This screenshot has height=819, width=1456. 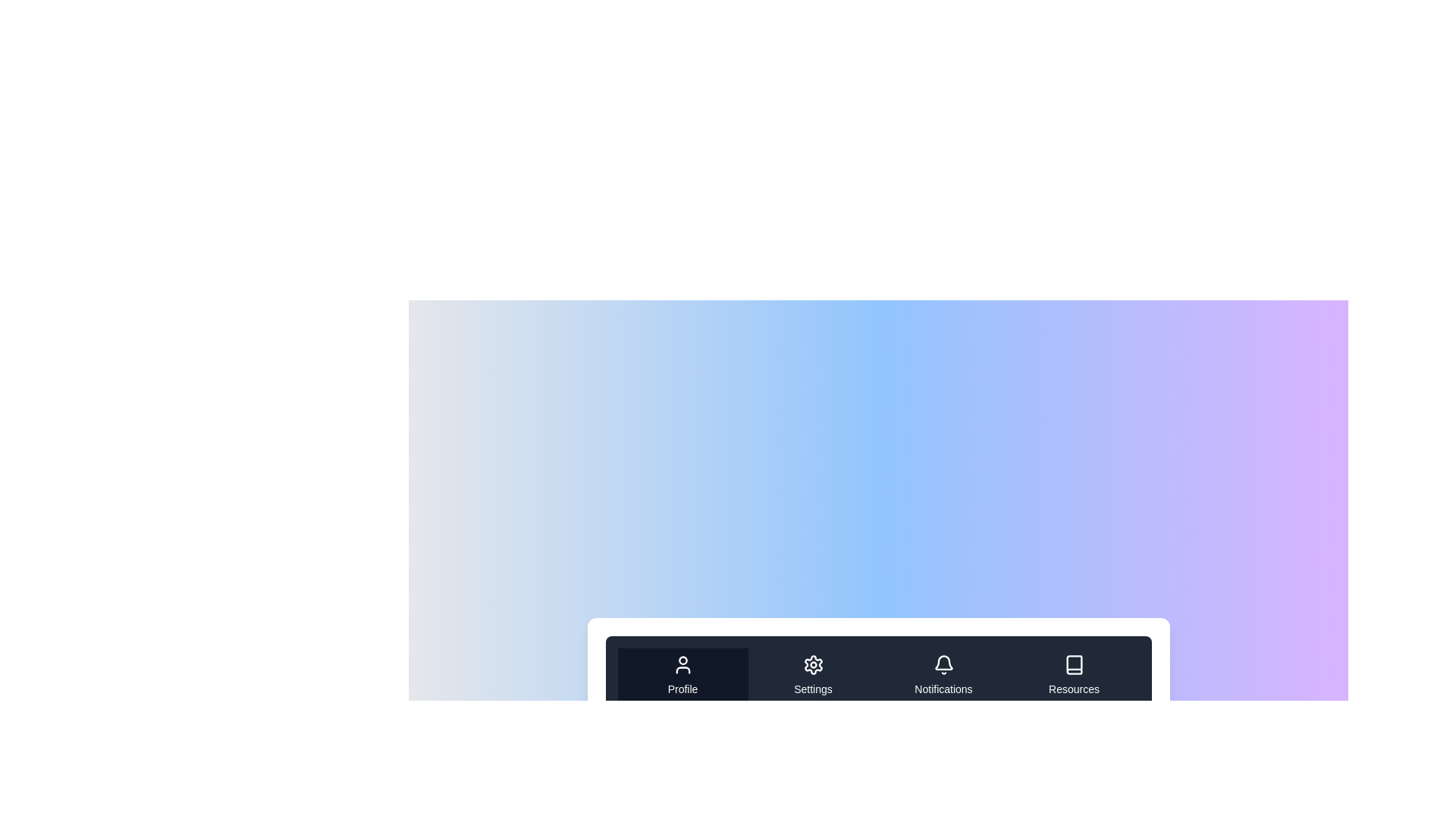 What do you see at coordinates (943, 675) in the screenshot?
I see `the tab labeled Notifications to highlight it` at bounding box center [943, 675].